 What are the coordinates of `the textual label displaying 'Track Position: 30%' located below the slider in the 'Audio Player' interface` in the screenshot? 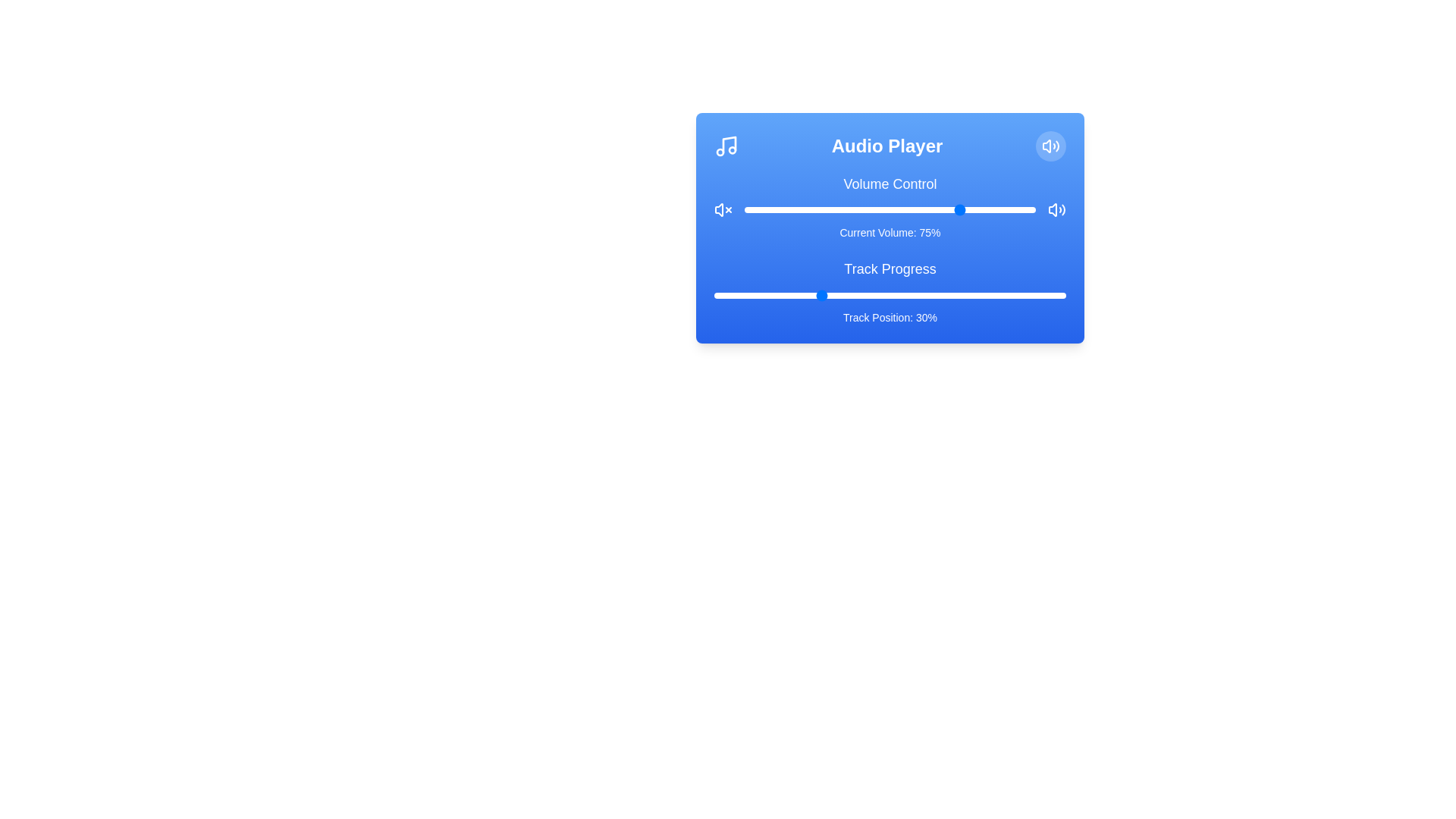 It's located at (890, 317).